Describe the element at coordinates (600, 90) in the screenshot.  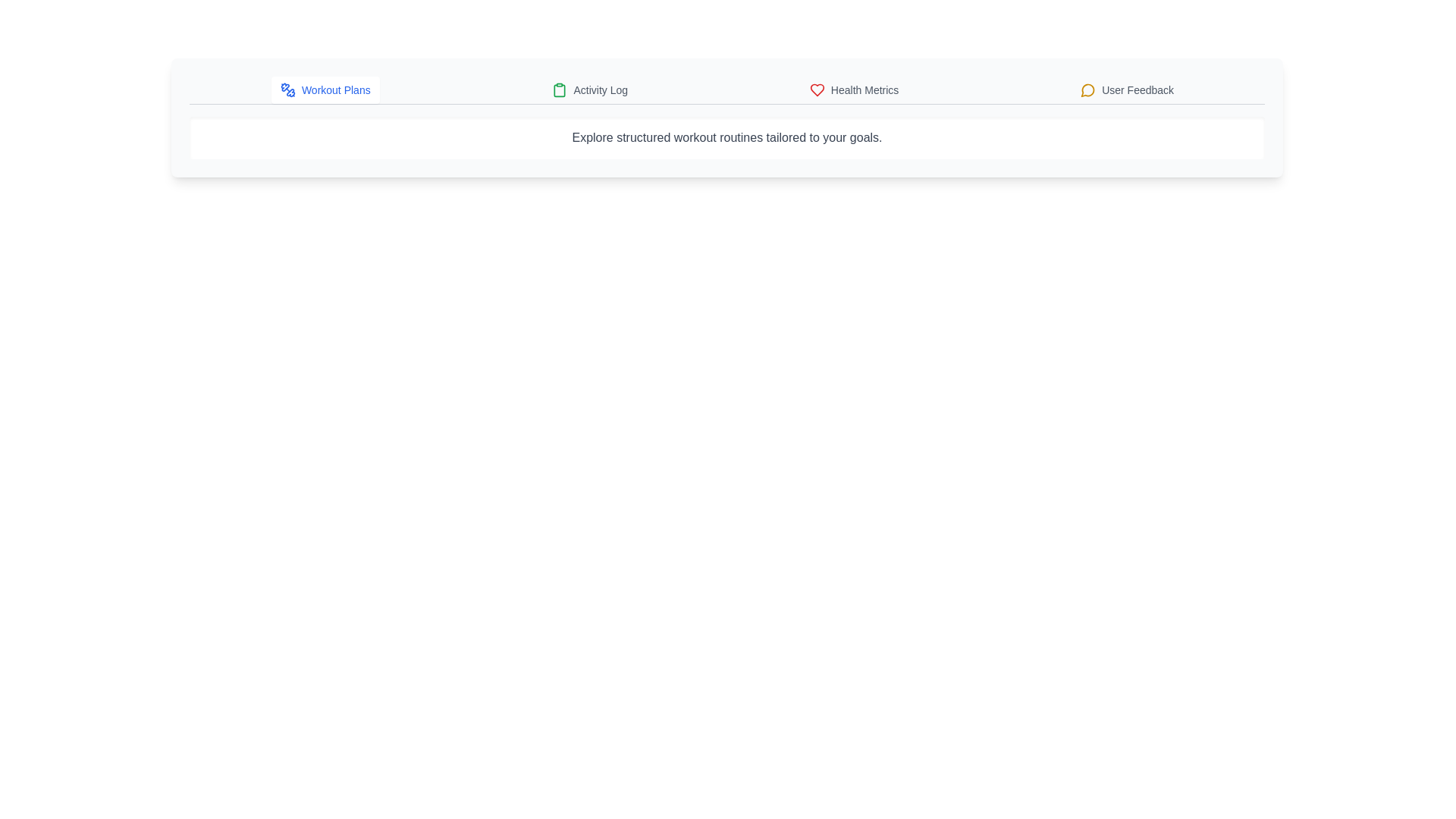
I see `the 'Activity Log' text label in the top navigation bar` at that location.